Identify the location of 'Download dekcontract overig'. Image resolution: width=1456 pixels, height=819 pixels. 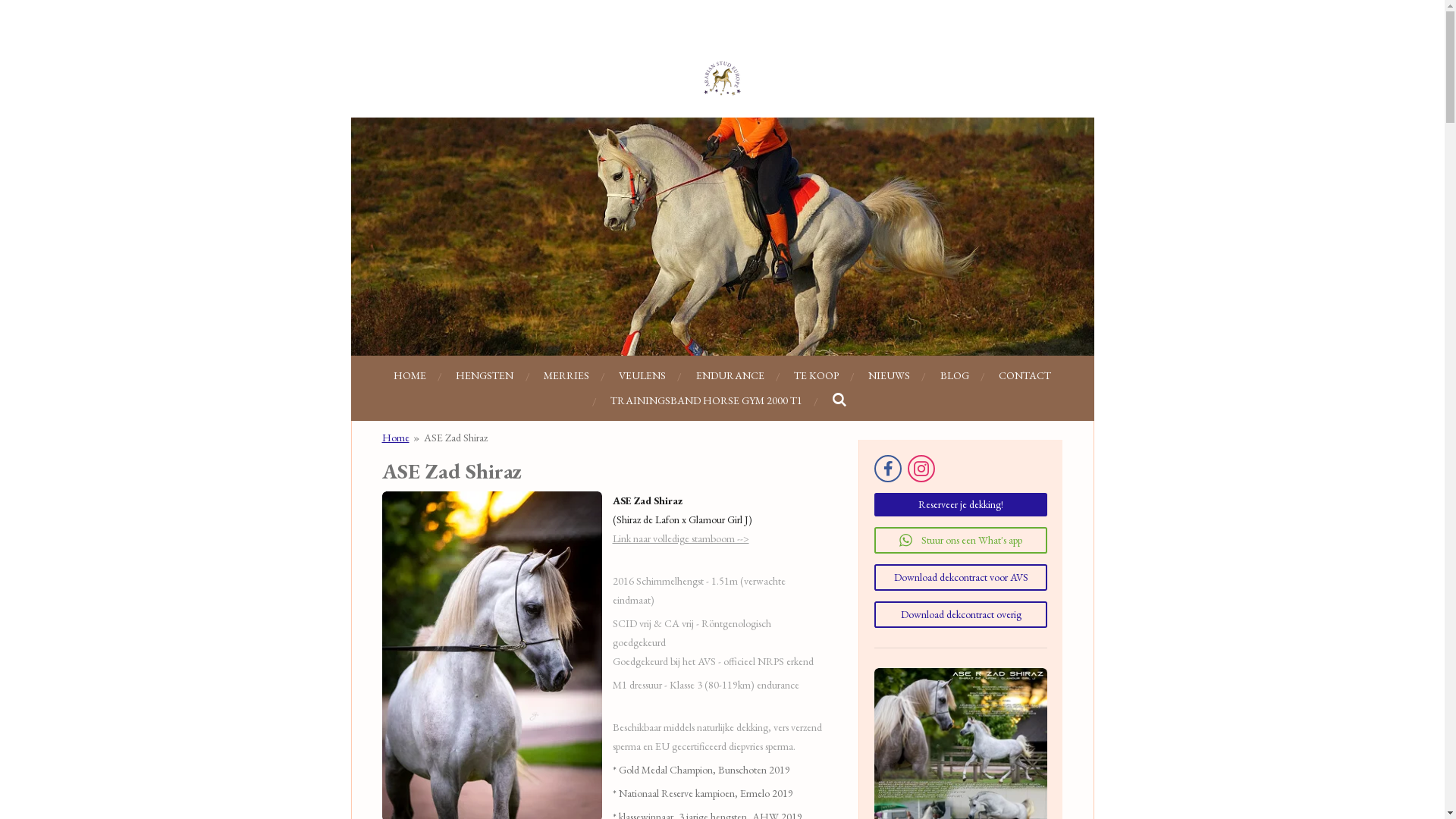
(960, 614).